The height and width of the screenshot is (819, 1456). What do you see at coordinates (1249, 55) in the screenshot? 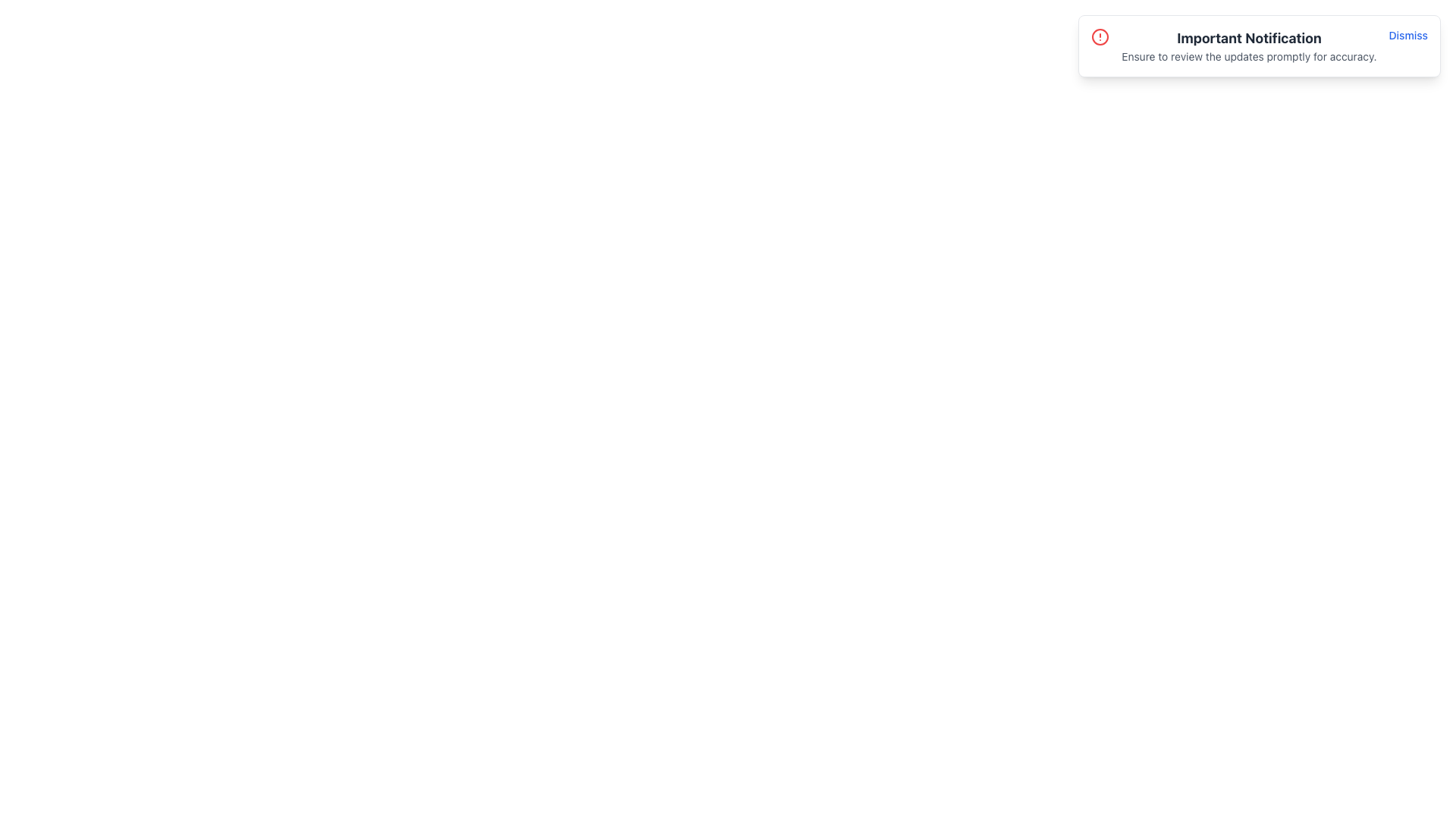
I see `the text providing critical instructions located in the bottom part of the notification box, positioned directly below the 'Important Notification' text` at bounding box center [1249, 55].